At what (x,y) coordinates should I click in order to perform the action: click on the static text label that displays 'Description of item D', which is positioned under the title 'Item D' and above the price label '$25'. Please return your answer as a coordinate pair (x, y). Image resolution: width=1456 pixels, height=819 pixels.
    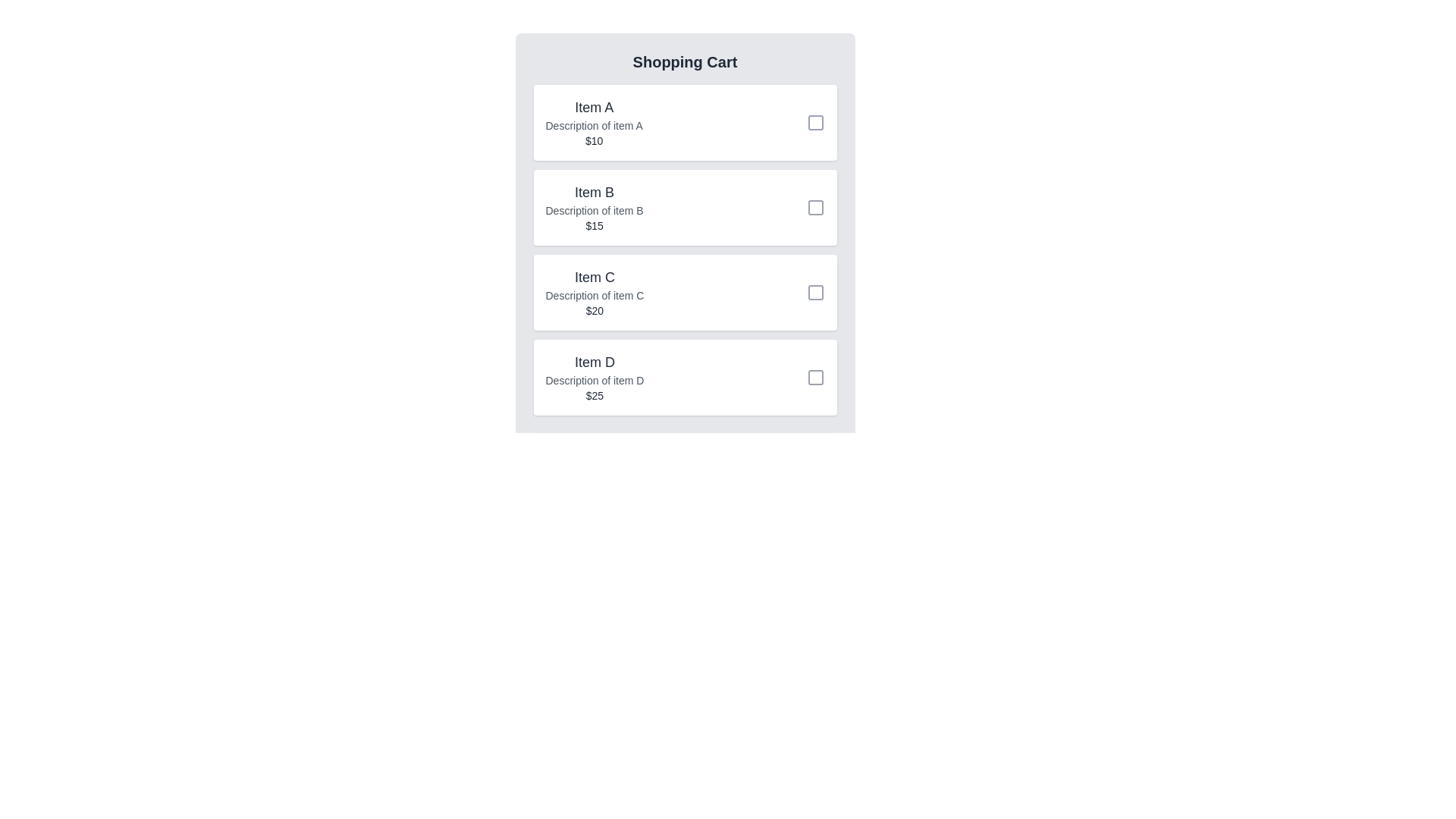
    Looking at the image, I should click on (594, 379).